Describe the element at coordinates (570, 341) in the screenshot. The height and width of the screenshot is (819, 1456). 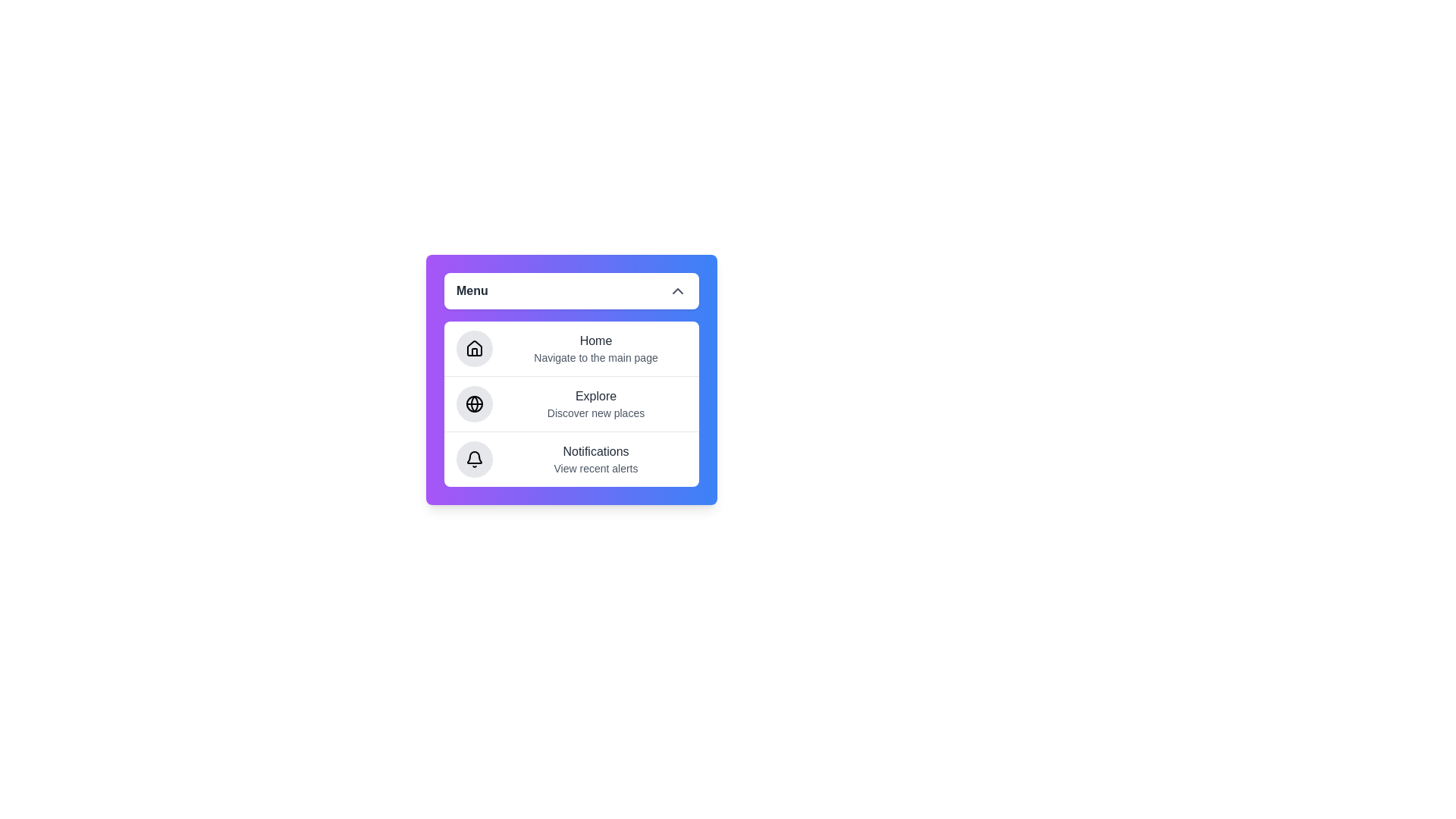
I see `the 'Home' option in the menu` at that location.